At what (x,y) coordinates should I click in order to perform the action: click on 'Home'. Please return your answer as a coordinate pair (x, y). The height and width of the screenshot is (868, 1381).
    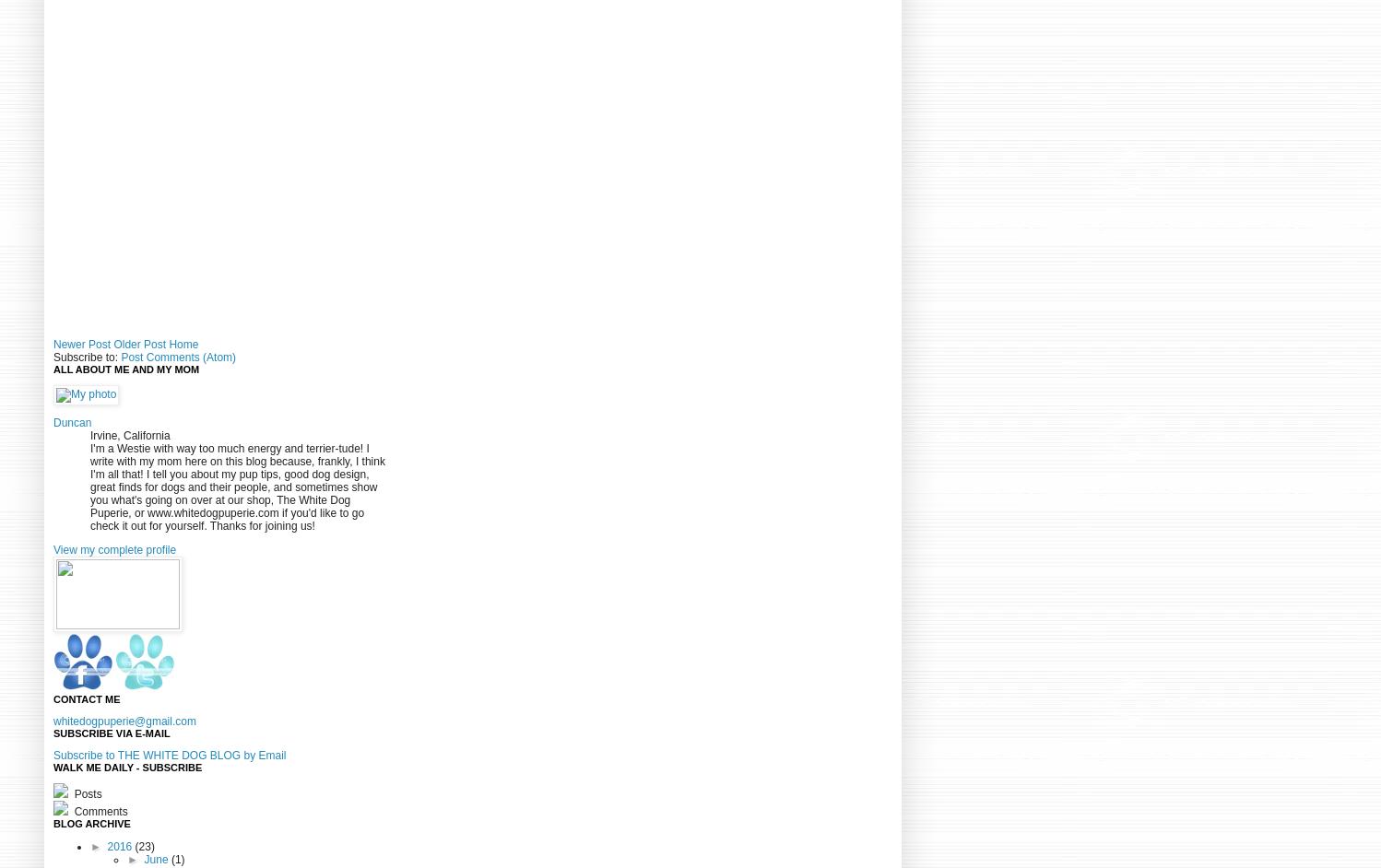
    Looking at the image, I should click on (182, 343).